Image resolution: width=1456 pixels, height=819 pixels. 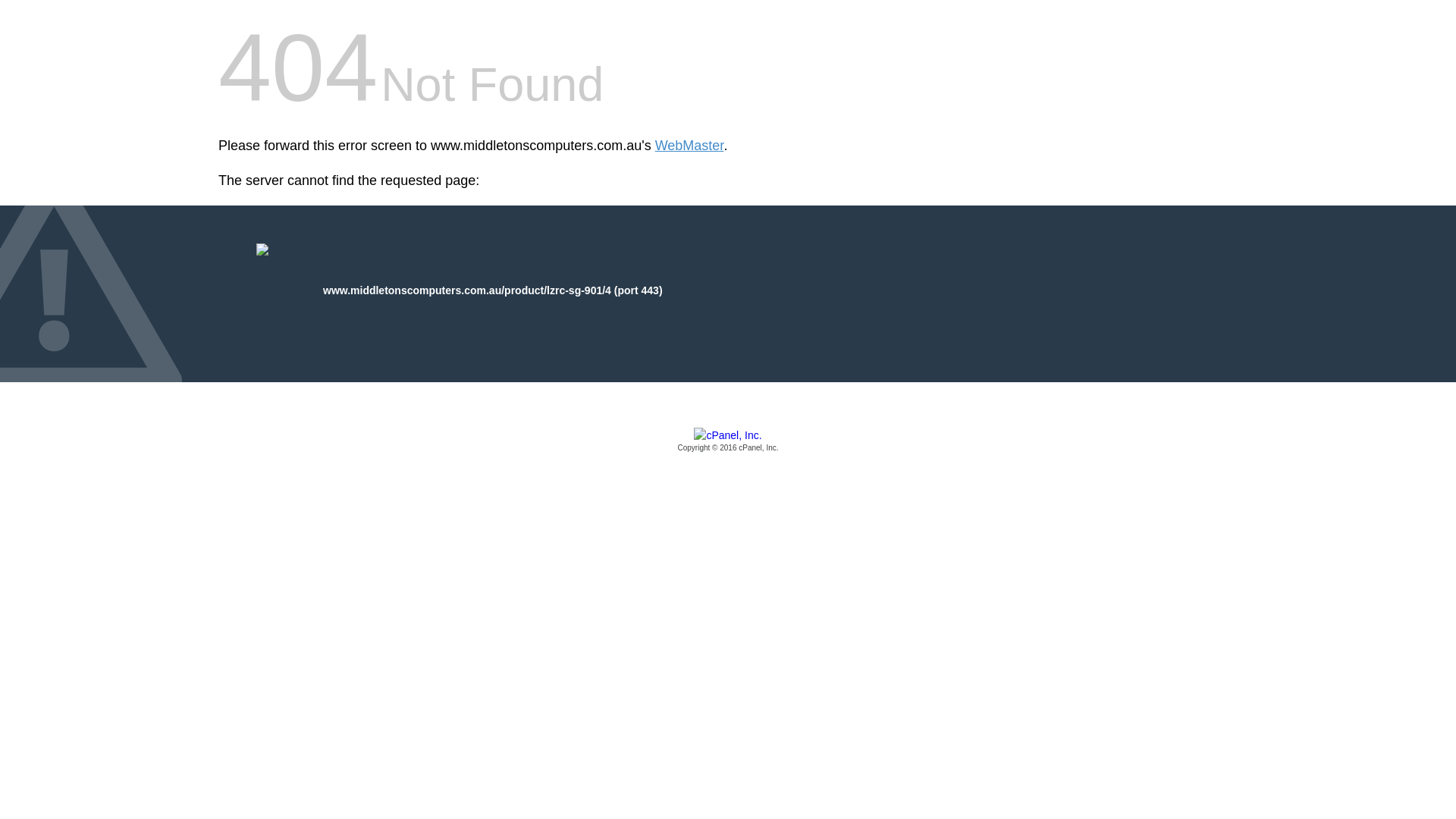 I want to click on 'WebMaster', so click(x=655, y=146).